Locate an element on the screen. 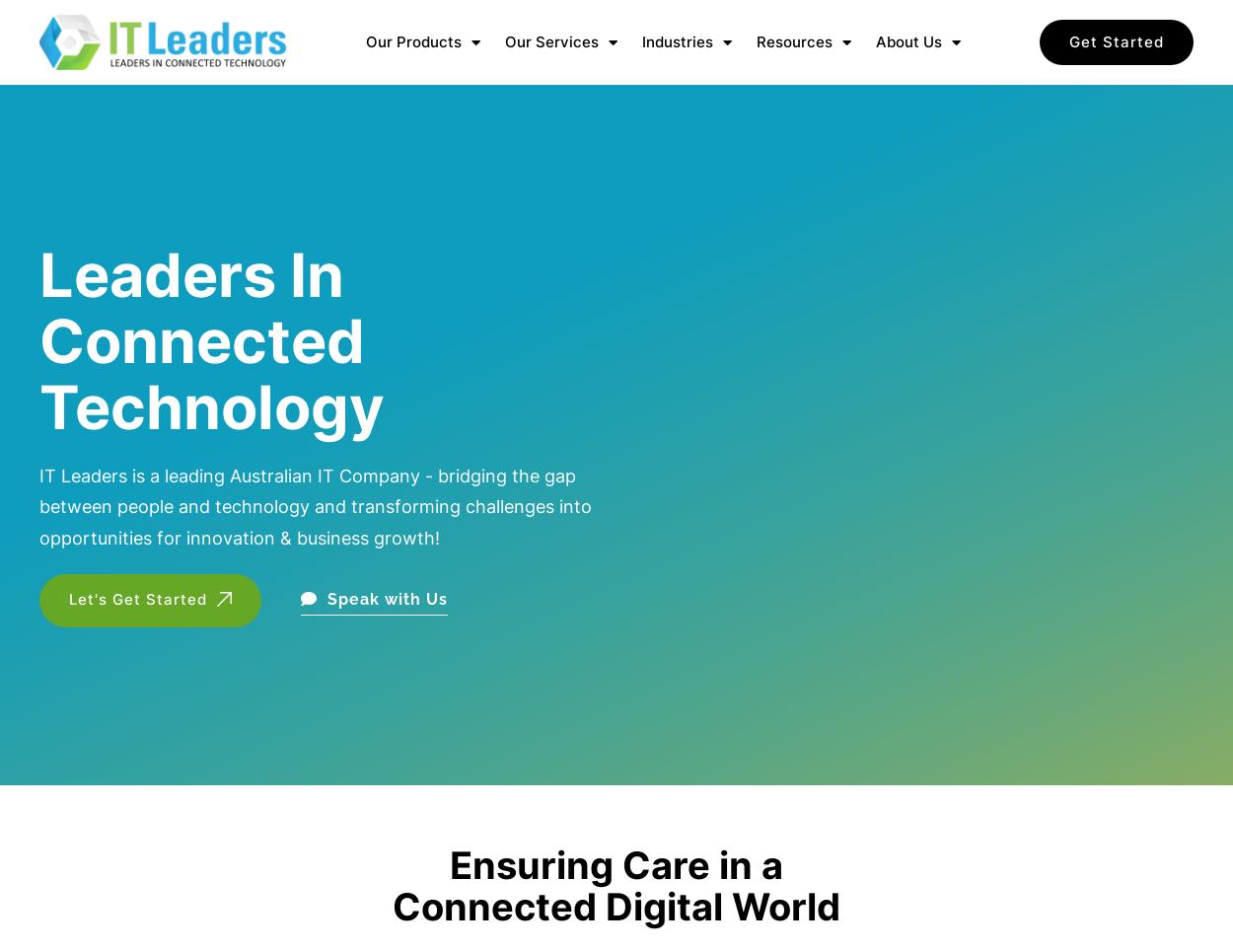 This screenshot has height=952, width=1233. 'Leaders In Connected Technology' is located at coordinates (210, 340).